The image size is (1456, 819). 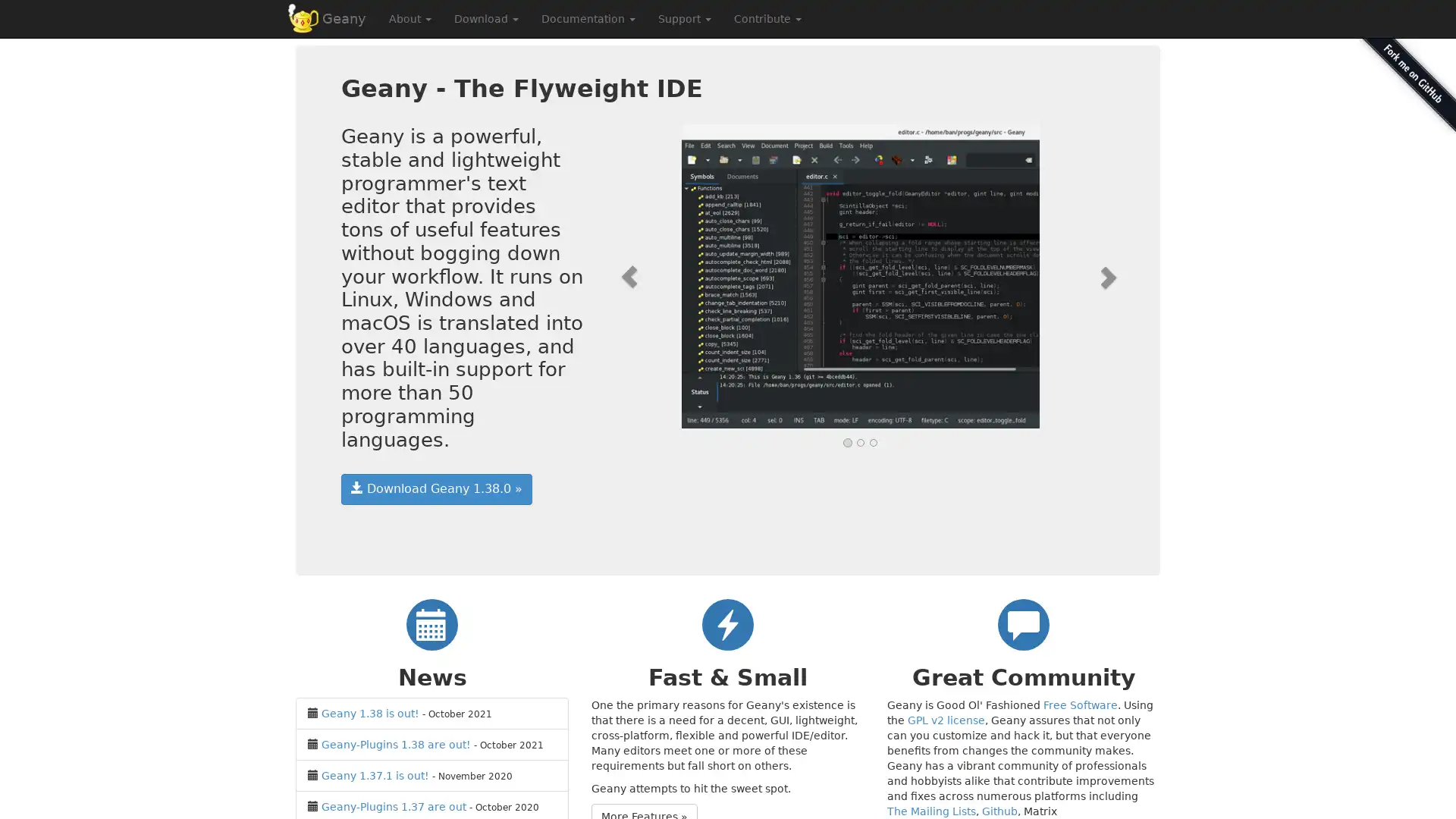 I want to click on Previous, so click(x=644, y=277).